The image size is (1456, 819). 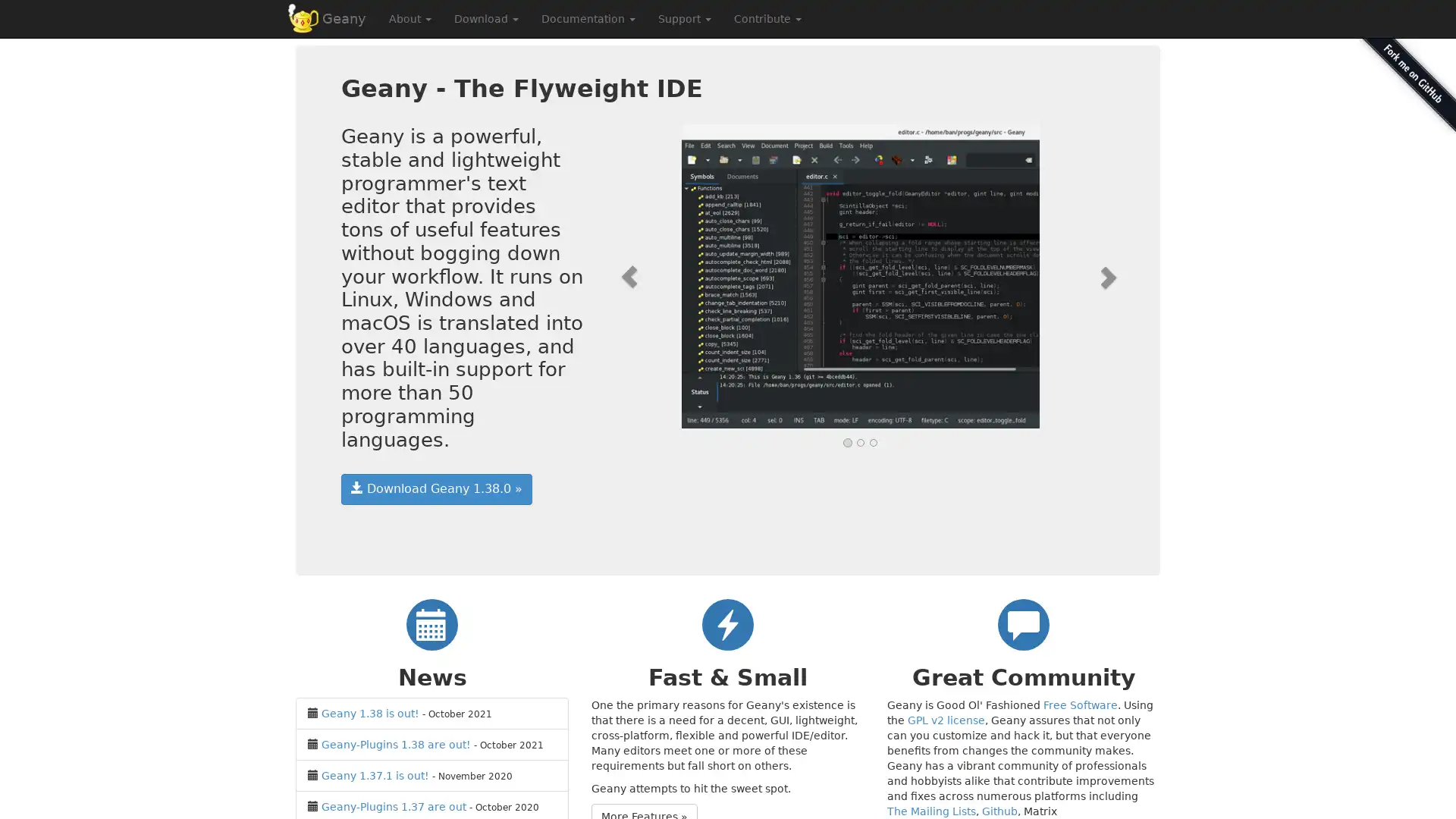 I want to click on Previous, so click(x=644, y=277).